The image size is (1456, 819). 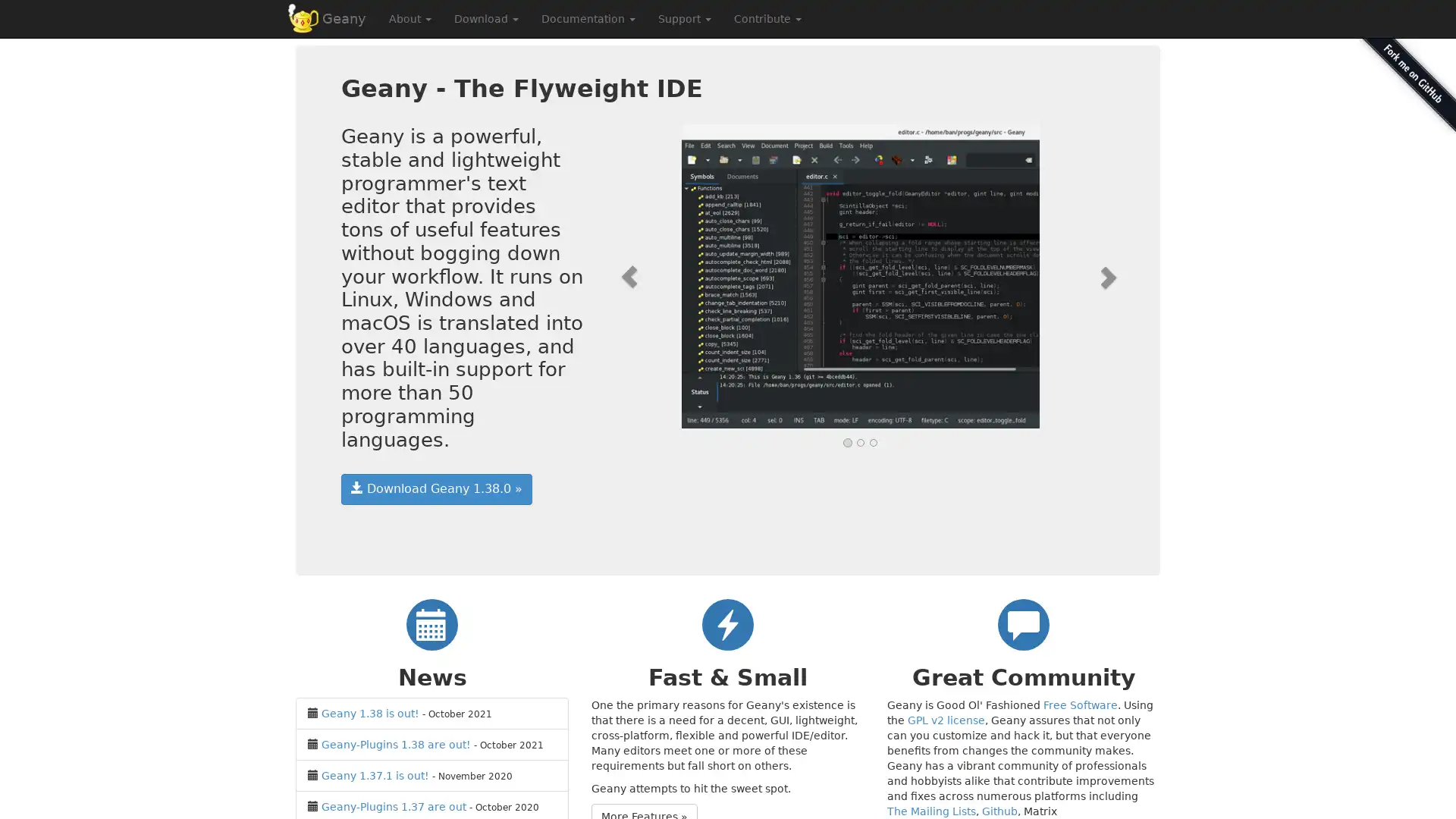 I want to click on Previous, so click(x=644, y=277).